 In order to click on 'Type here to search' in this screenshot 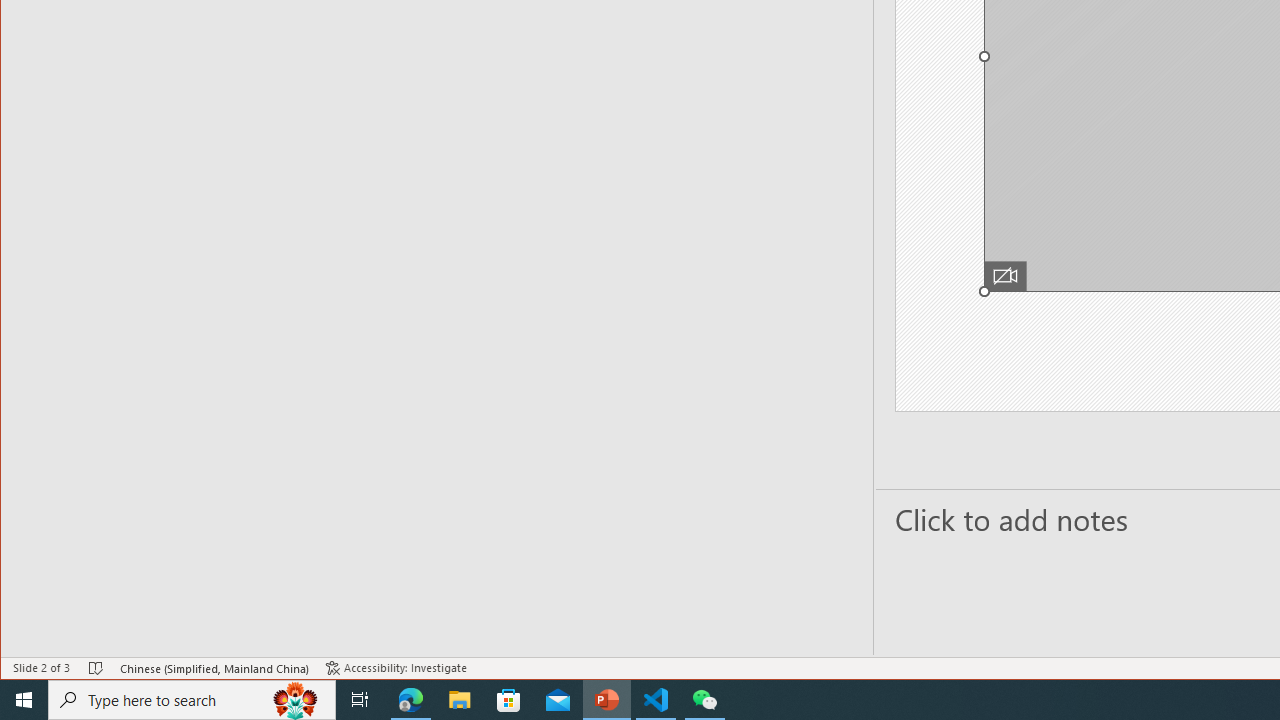, I will do `click(192, 698)`.